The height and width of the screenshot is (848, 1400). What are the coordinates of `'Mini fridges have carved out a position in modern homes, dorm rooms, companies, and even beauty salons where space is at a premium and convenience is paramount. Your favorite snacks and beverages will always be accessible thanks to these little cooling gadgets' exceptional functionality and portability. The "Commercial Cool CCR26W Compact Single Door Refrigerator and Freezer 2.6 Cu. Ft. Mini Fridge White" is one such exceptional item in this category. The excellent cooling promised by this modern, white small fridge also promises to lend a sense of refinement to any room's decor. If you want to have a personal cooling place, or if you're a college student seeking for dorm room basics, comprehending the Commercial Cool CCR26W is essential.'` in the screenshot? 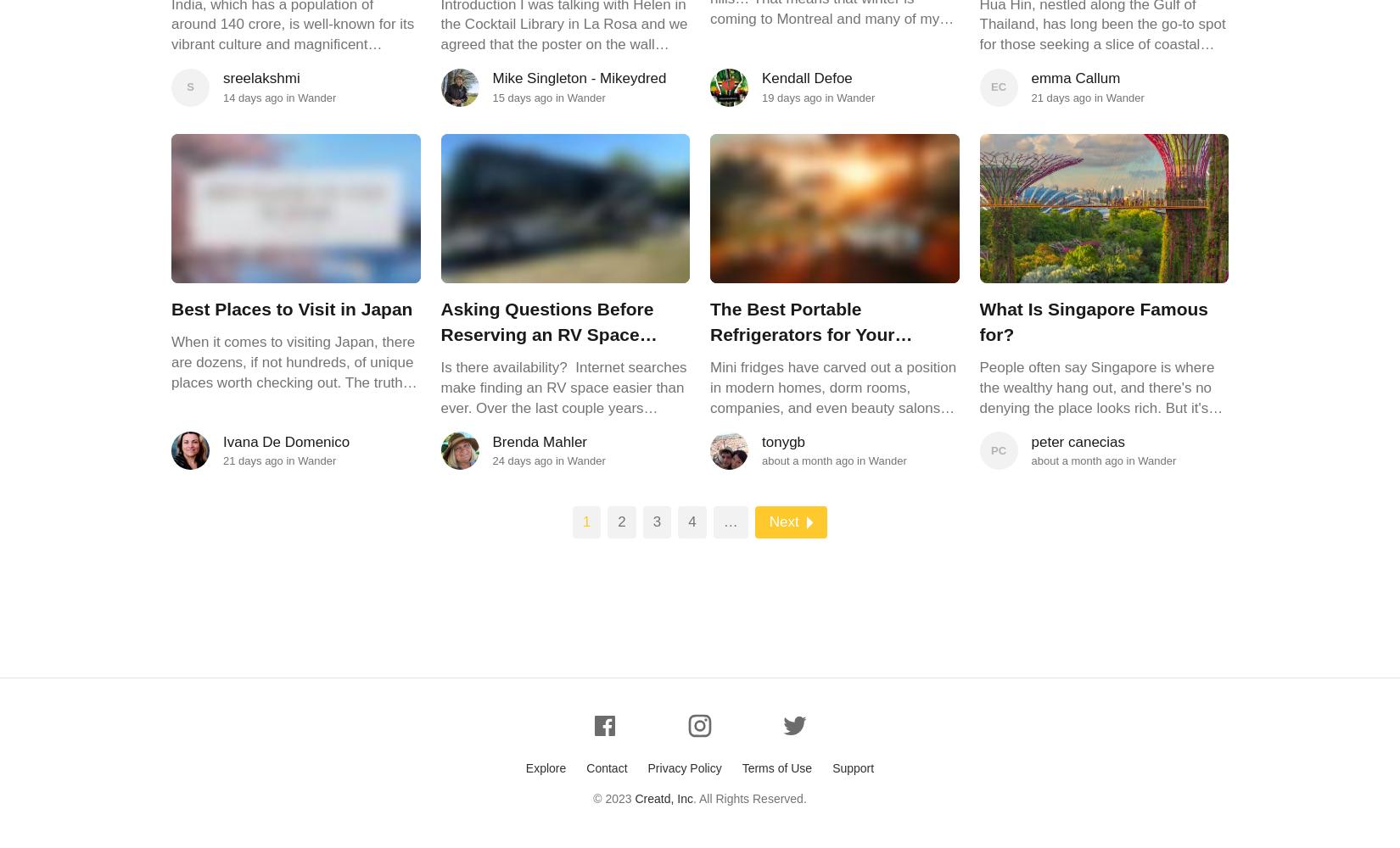 It's located at (834, 579).